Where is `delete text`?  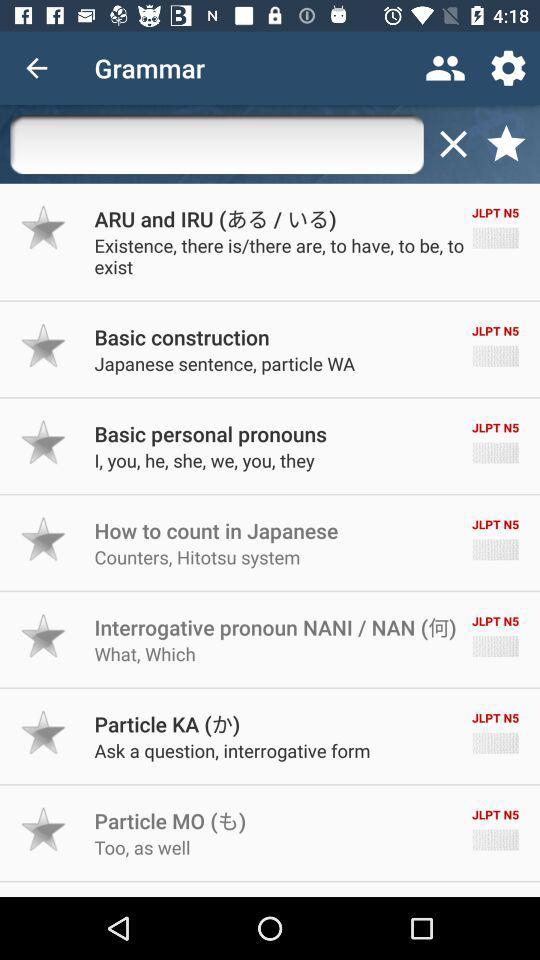 delete text is located at coordinates (453, 143).